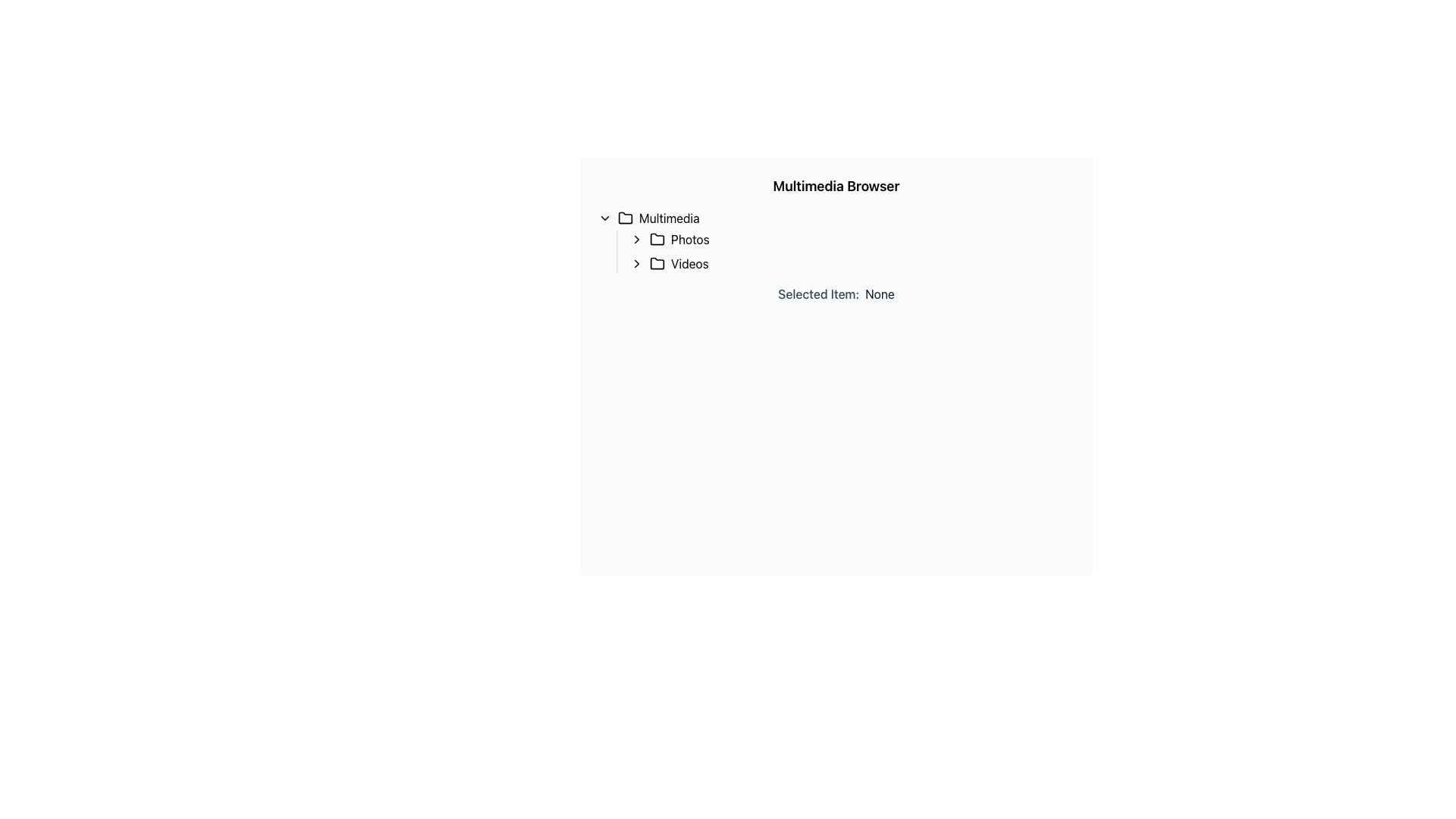 This screenshot has height=819, width=1456. I want to click on the rightward-pointing chevron arrow icon located adjacent to the 'Videos' text label under the 'Multimedia' tree structure in the left panel, so click(637, 262).